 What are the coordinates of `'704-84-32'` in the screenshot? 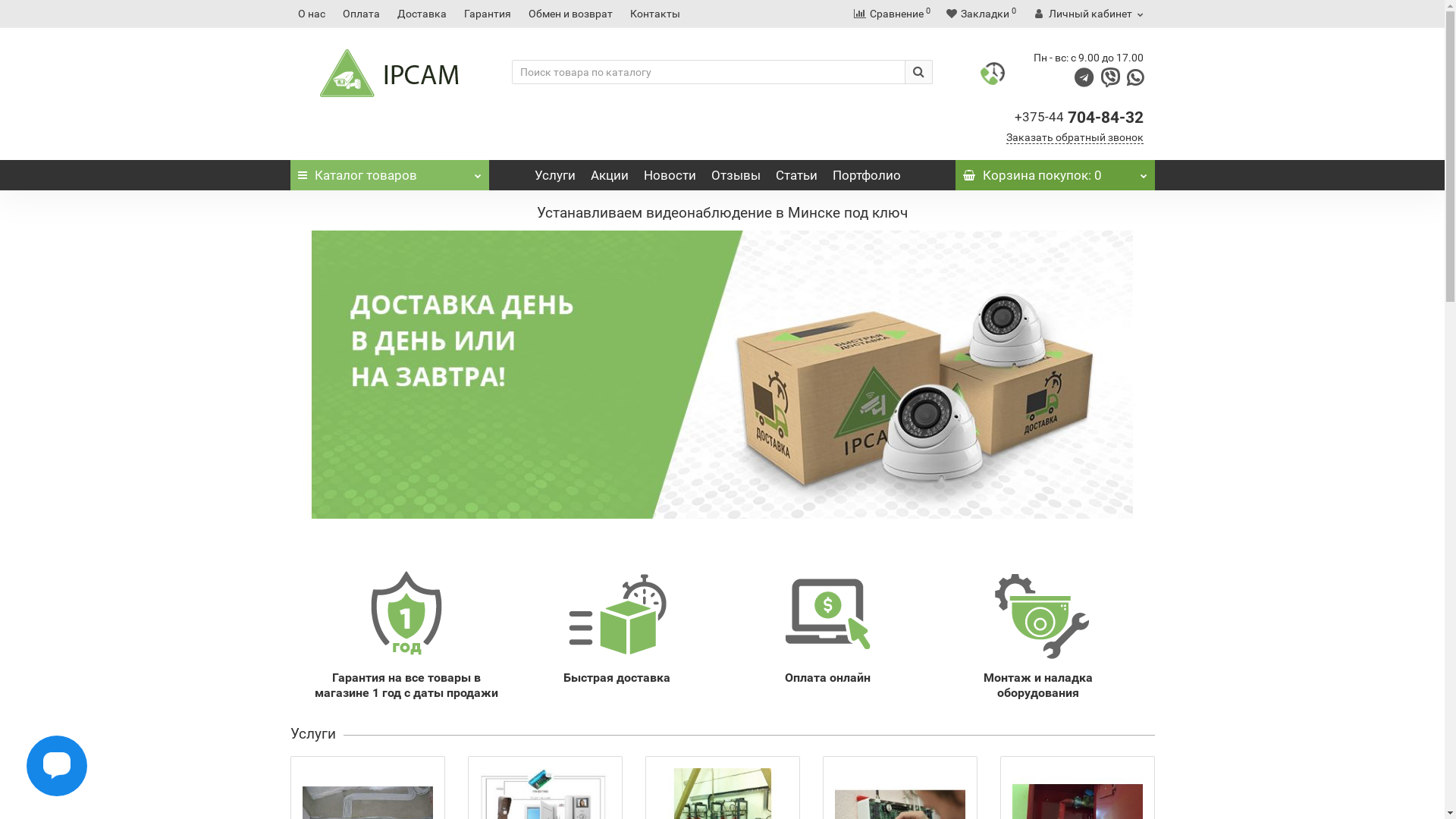 It's located at (1106, 116).